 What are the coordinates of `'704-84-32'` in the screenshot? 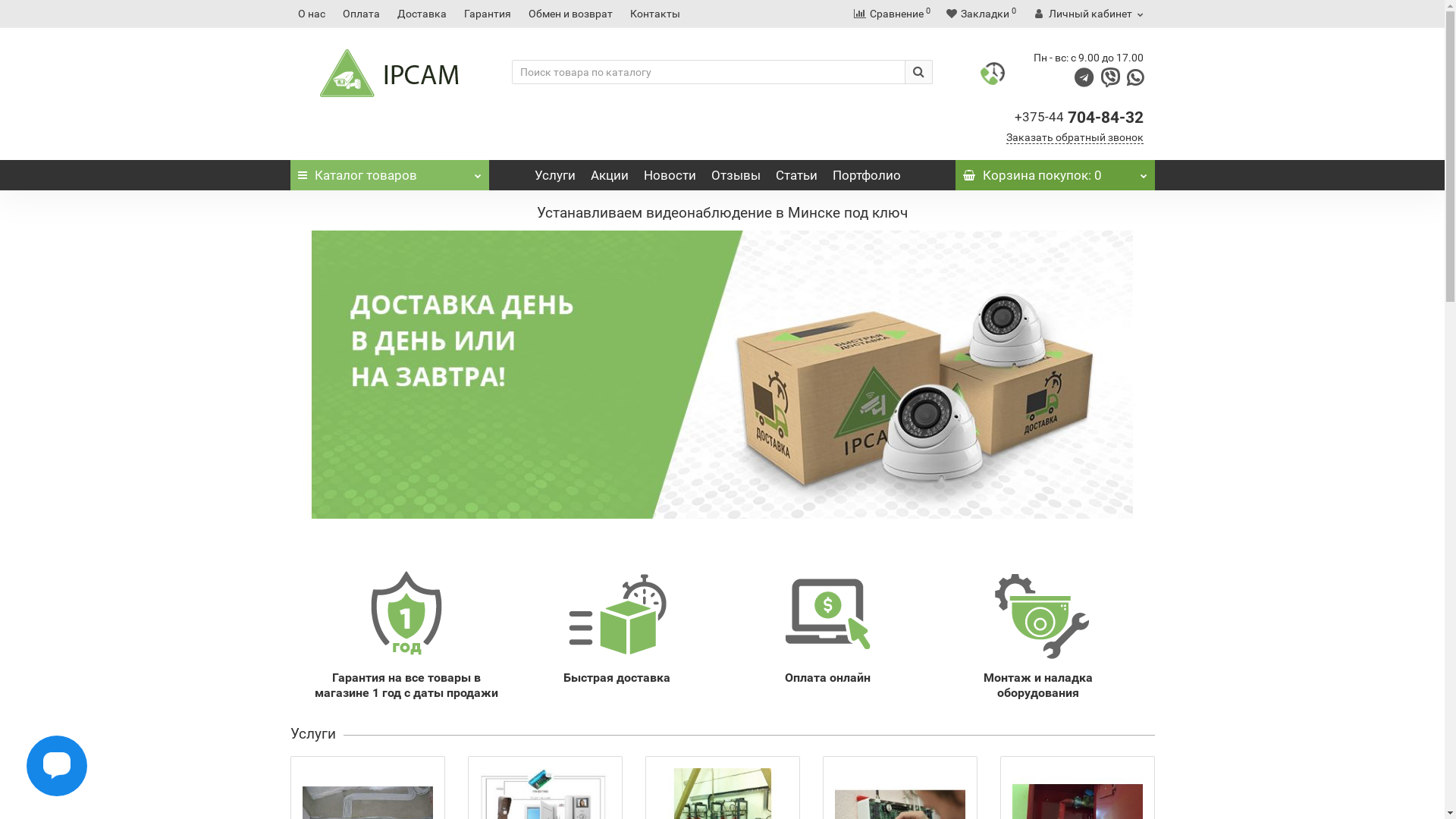 It's located at (1106, 116).